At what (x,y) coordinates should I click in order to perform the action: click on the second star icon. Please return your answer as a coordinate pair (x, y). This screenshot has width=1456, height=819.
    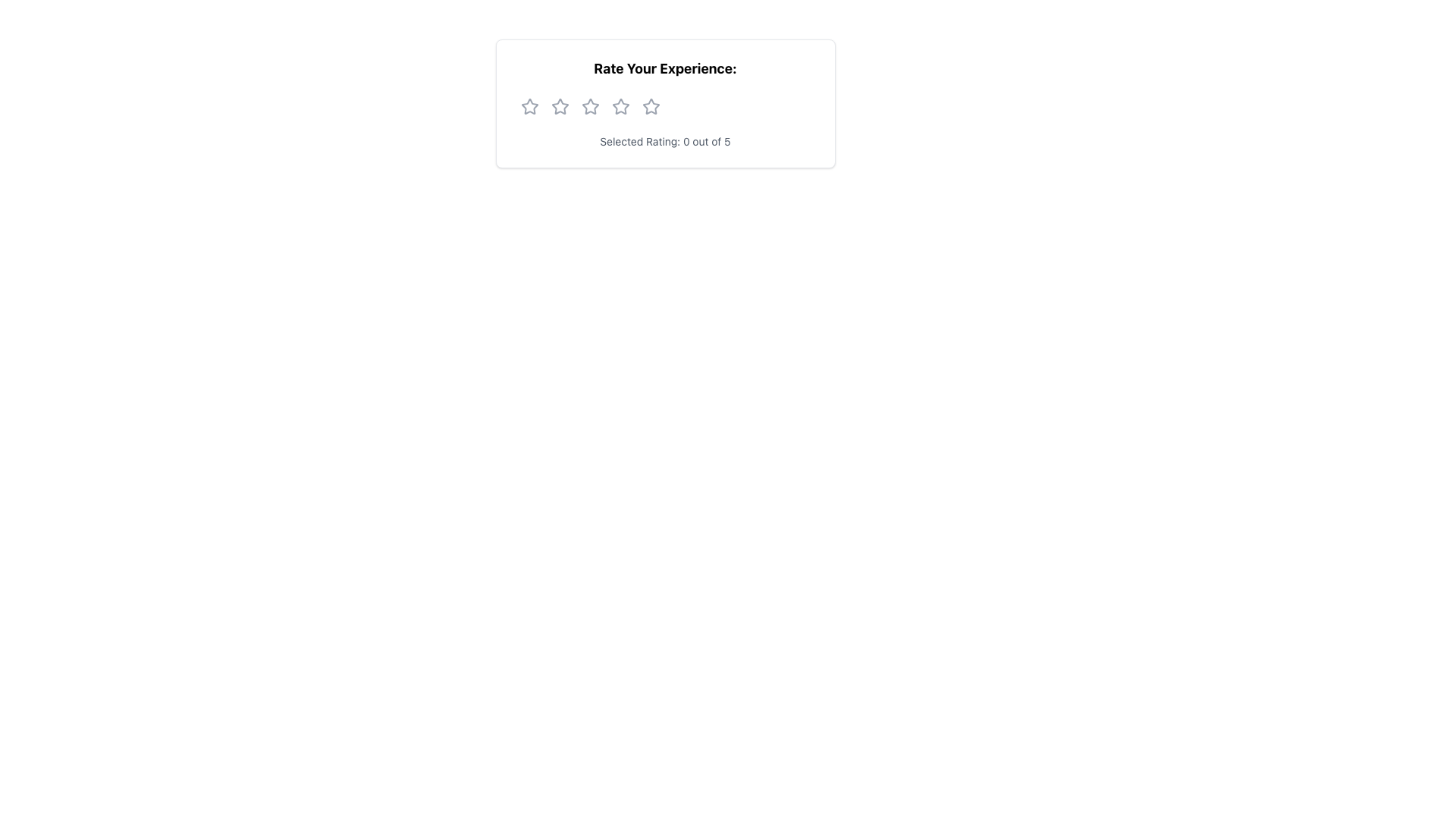
    Looking at the image, I should click on (559, 106).